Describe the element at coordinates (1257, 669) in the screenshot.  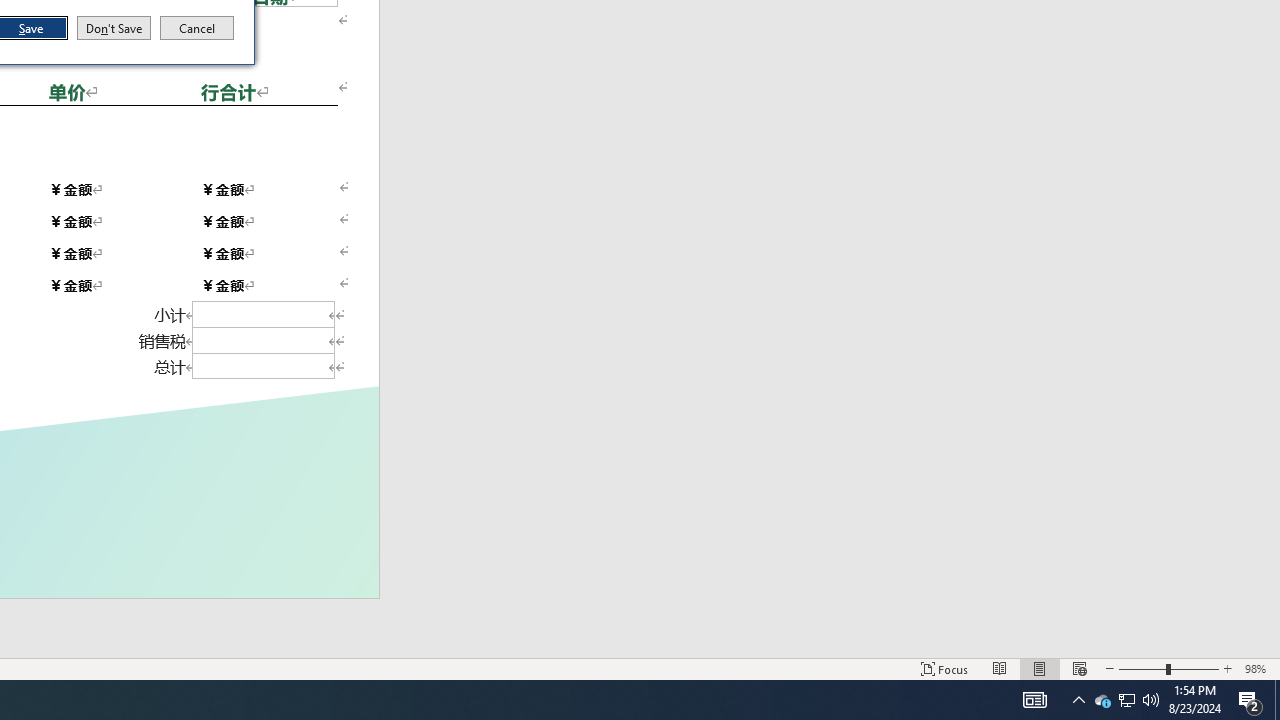
I see `'Zoom 98%'` at that location.